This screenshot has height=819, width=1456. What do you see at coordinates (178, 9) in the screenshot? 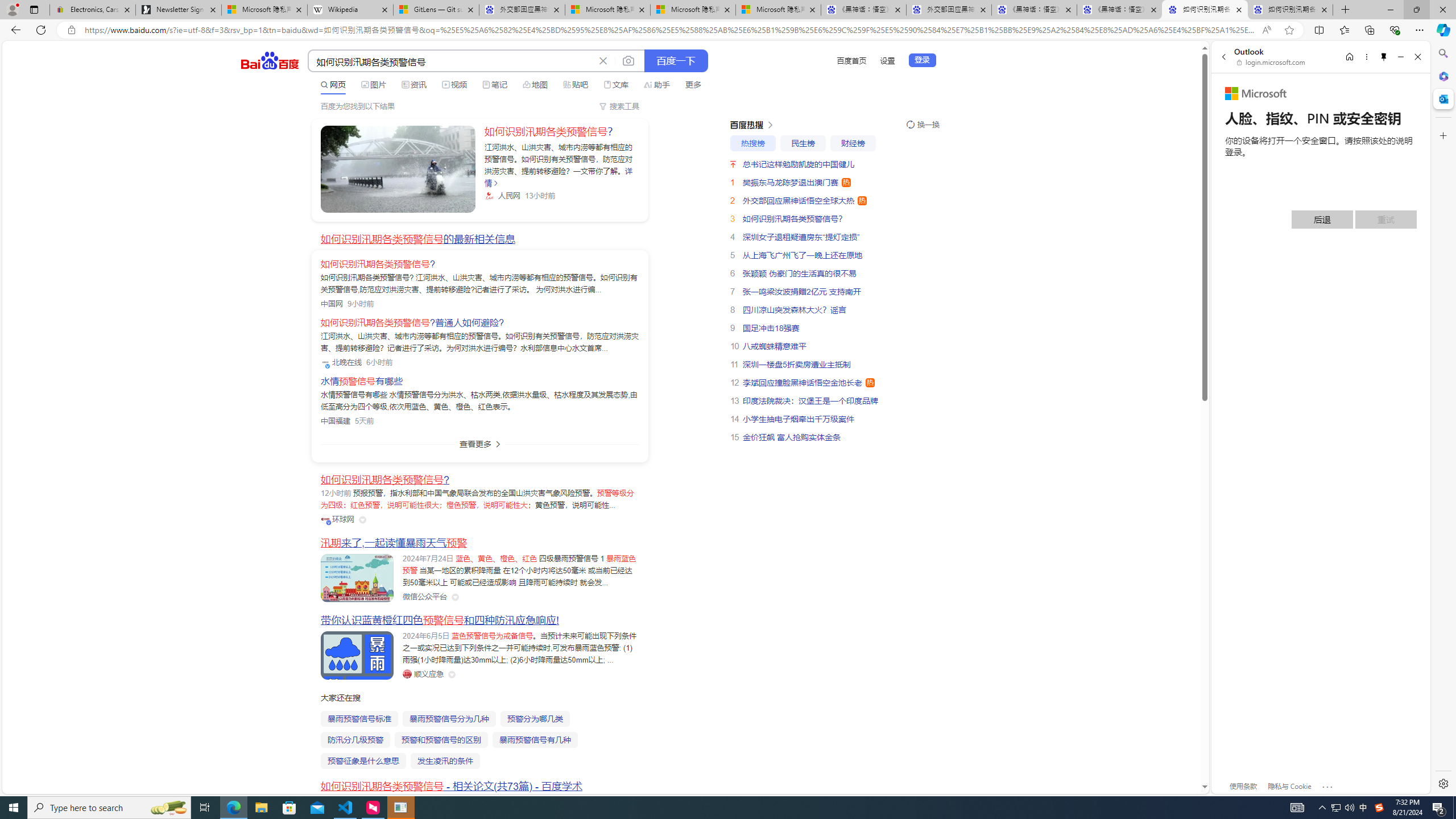
I see `'Newsletter Sign Up'` at bounding box center [178, 9].